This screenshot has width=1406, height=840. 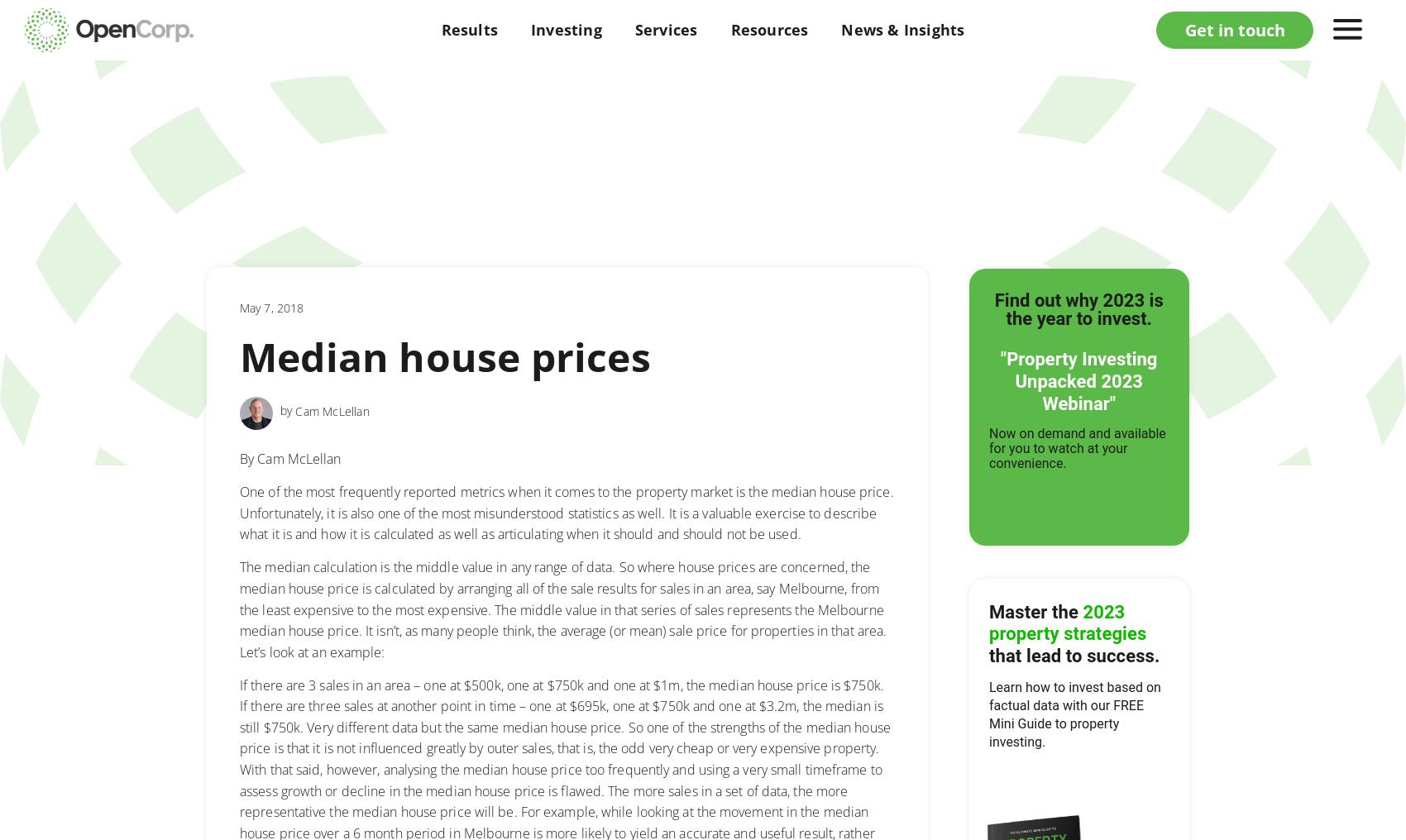 What do you see at coordinates (240, 513) in the screenshot?
I see `'One of the most frequently reported metrics when it comes to the property market is the median house price. Unfortunately, it is also one of the most misunderstood statistics as well. It is a valuable exercise to describe what it is and how it is calculated as well as articulating when it should and should not be used.'` at bounding box center [240, 513].